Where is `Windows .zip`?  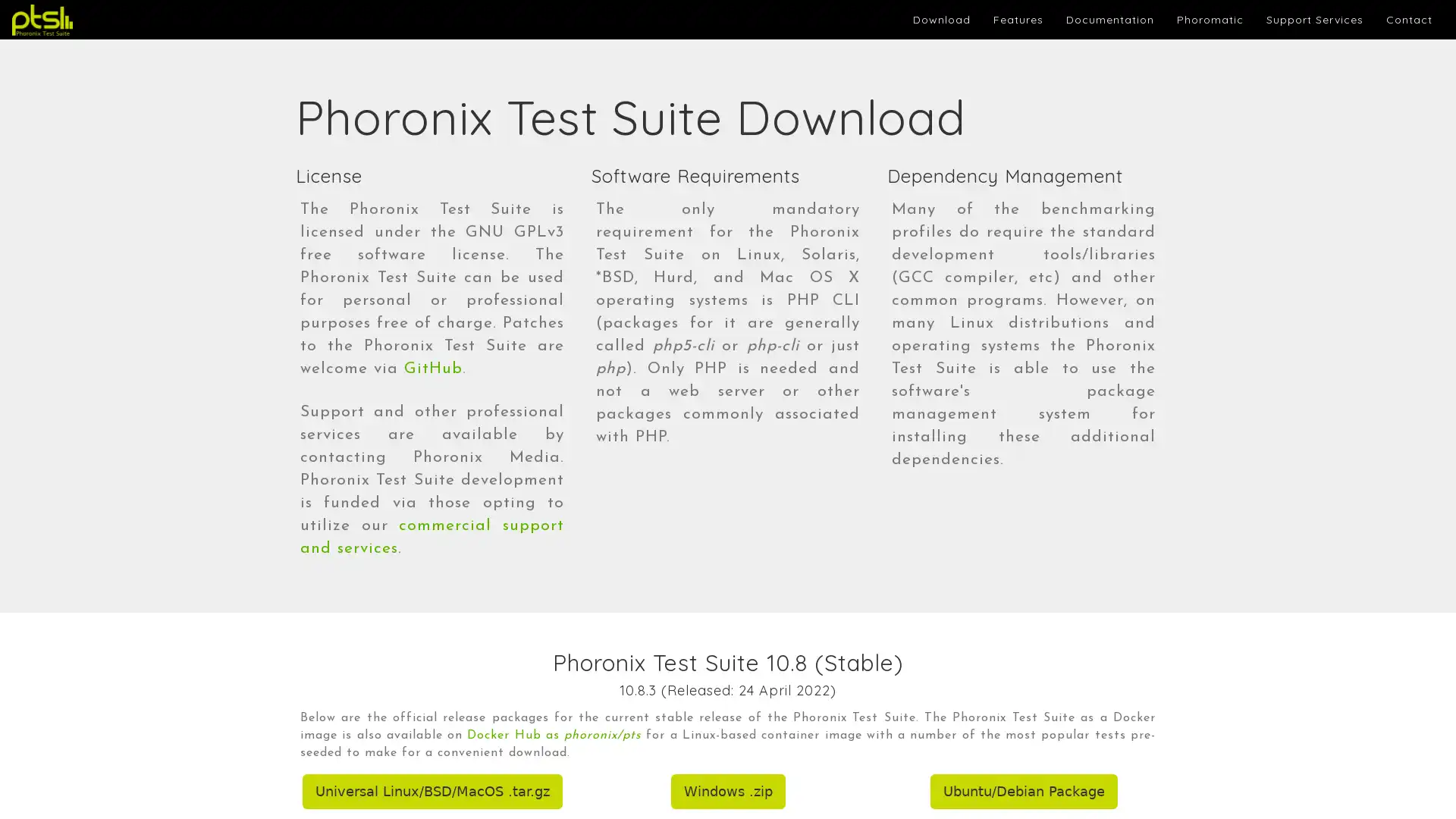 Windows .zip is located at coordinates (726, 791).